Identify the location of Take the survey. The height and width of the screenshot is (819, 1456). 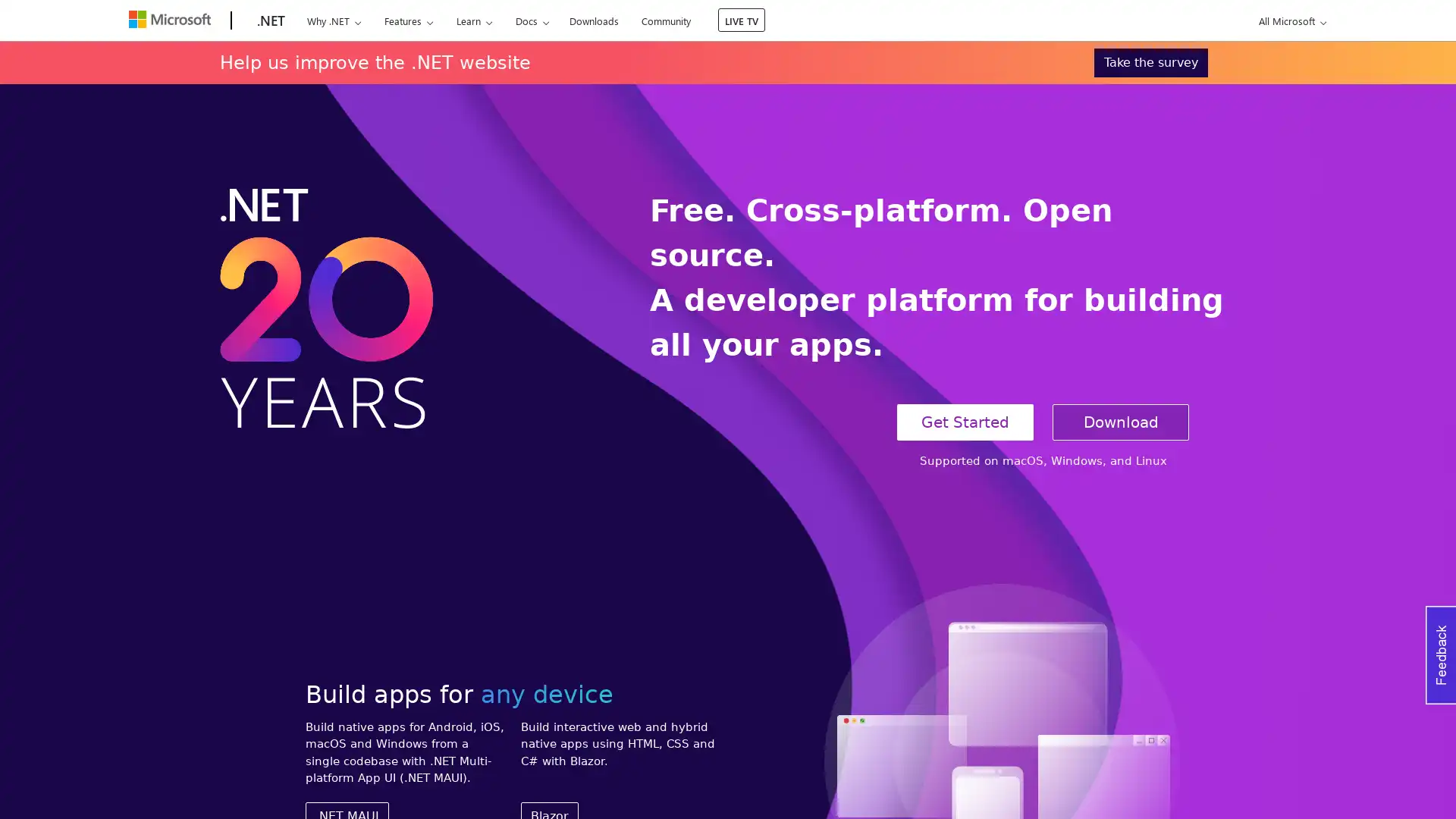
(1150, 62).